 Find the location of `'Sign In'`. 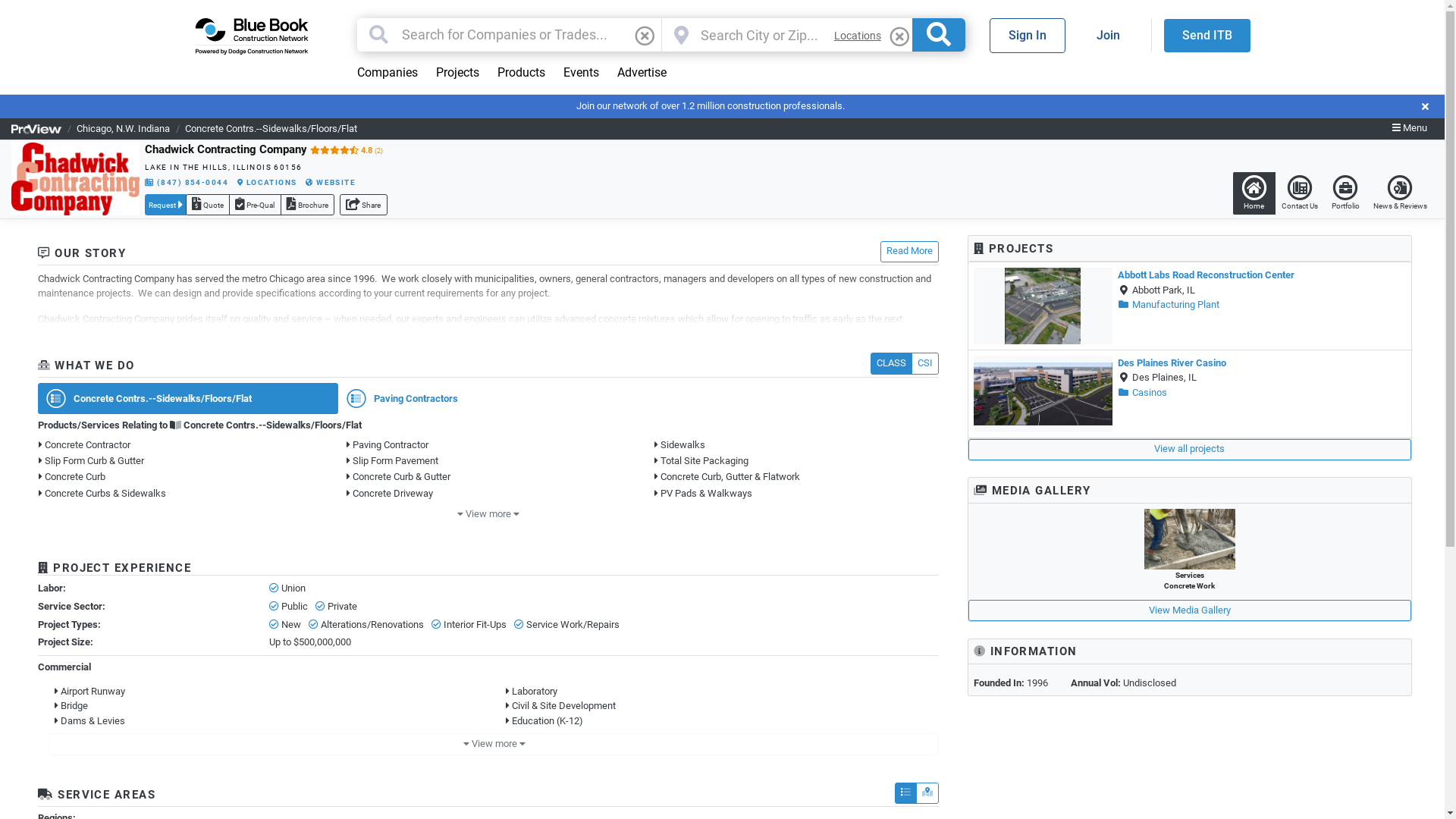

'Sign In' is located at coordinates (1026, 34).